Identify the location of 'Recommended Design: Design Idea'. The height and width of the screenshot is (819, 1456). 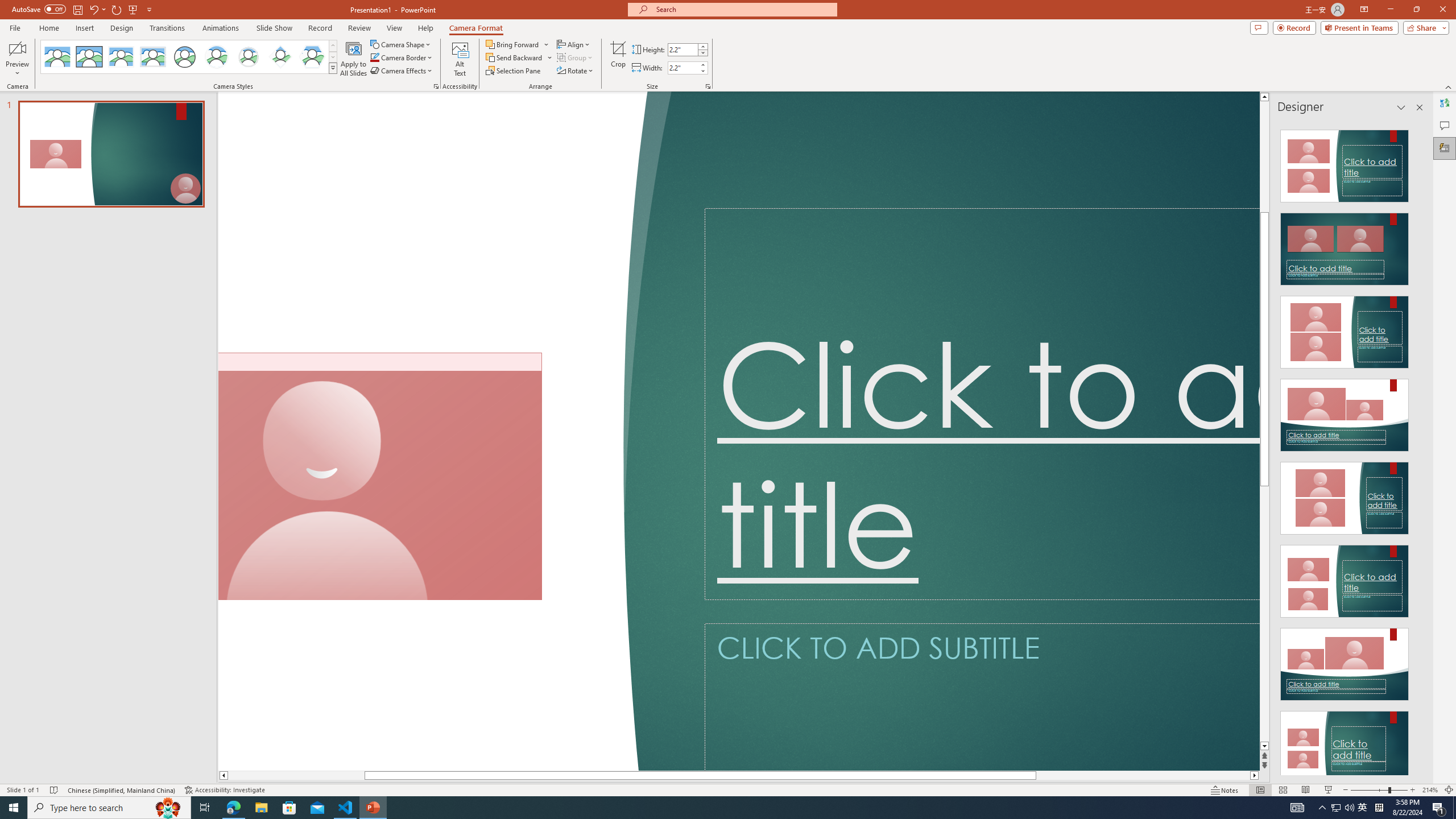
(1345, 162).